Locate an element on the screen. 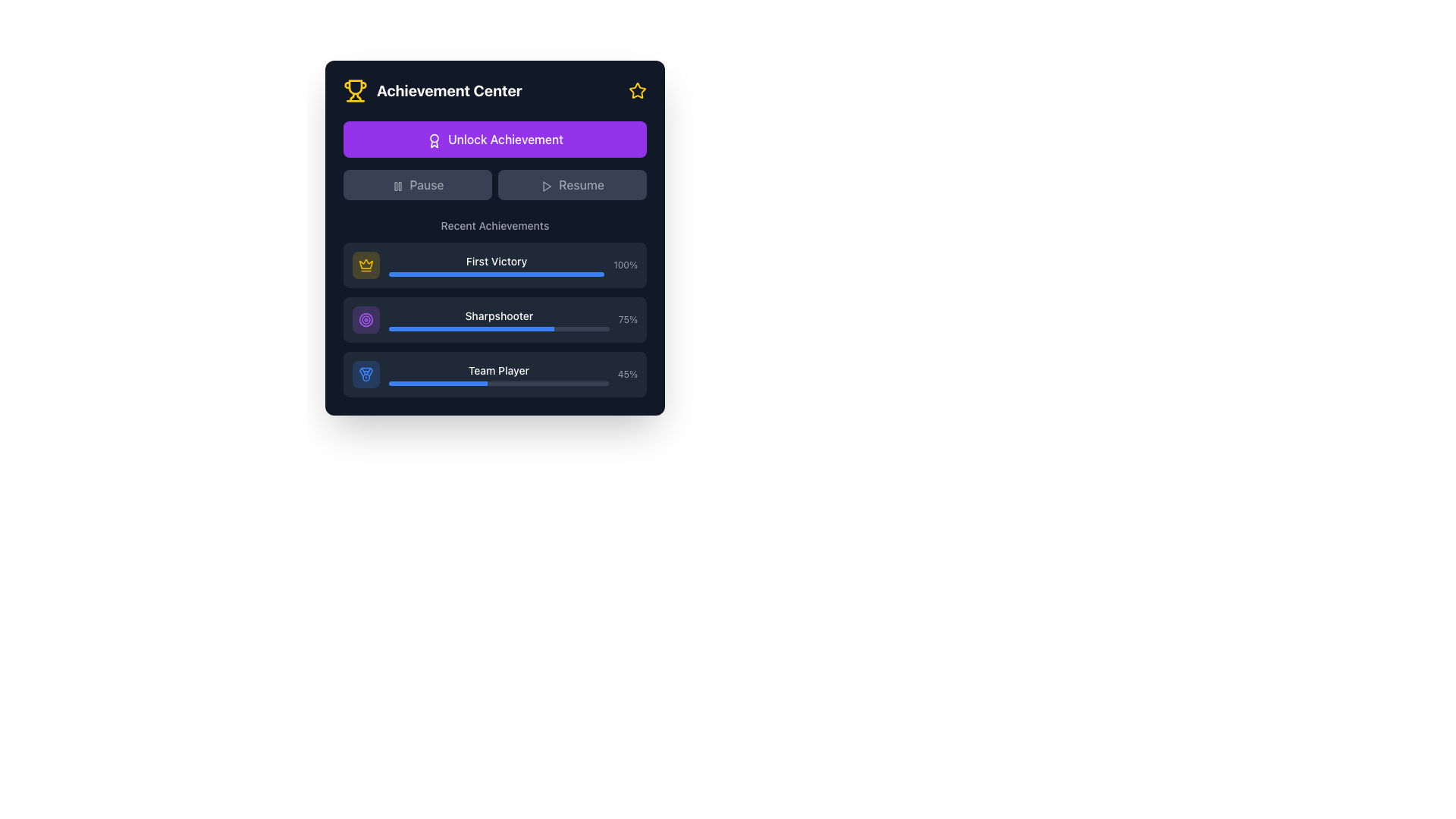 This screenshot has width=1456, height=819. the pause button located directly beneath the purple 'Unlock Achievement' button is located at coordinates (418, 184).